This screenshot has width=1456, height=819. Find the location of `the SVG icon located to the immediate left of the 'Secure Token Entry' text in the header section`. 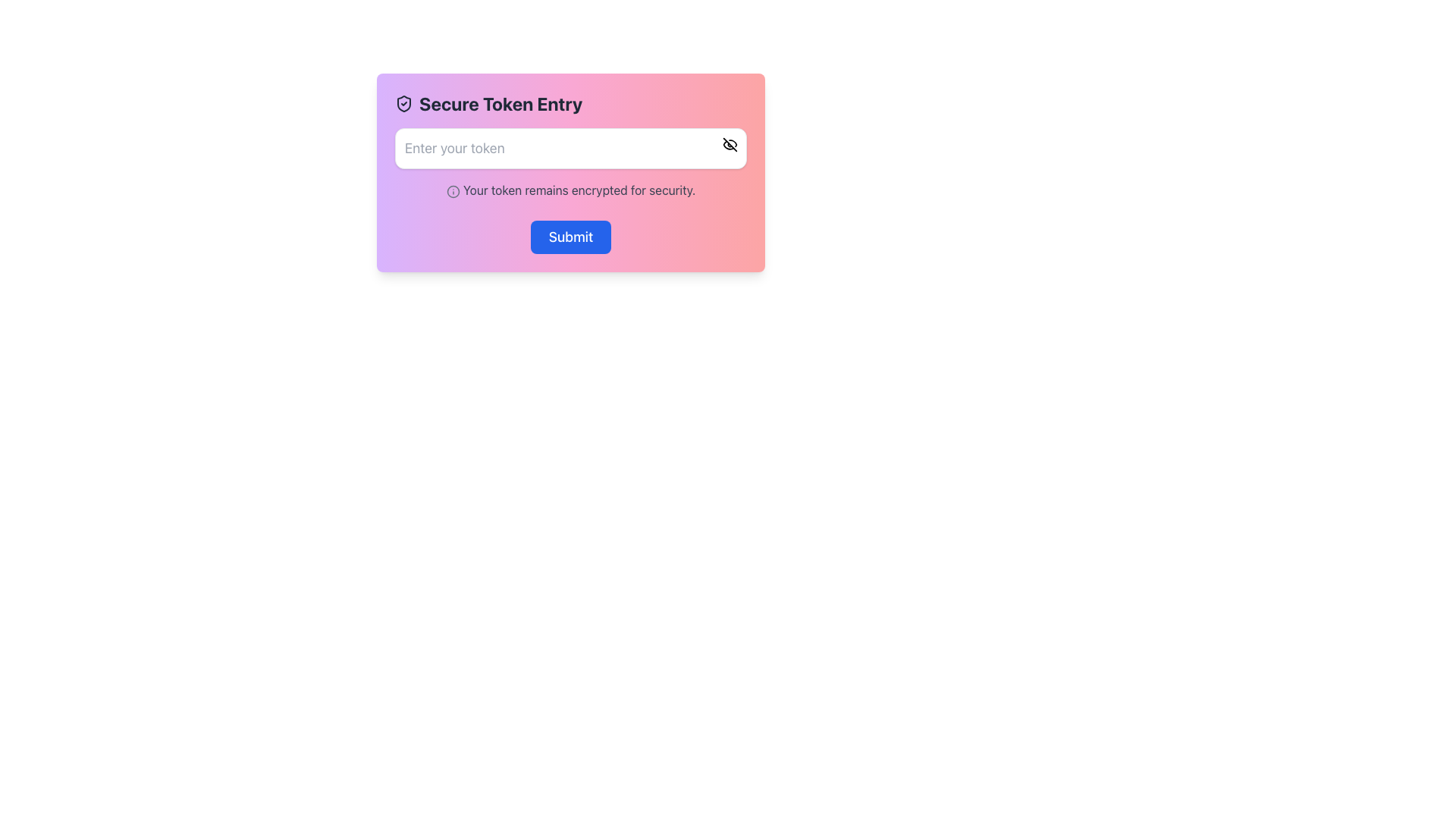

the SVG icon located to the immediate left of the 'Secure Token Entry' text in the header section is located at coordinates (403, 103).